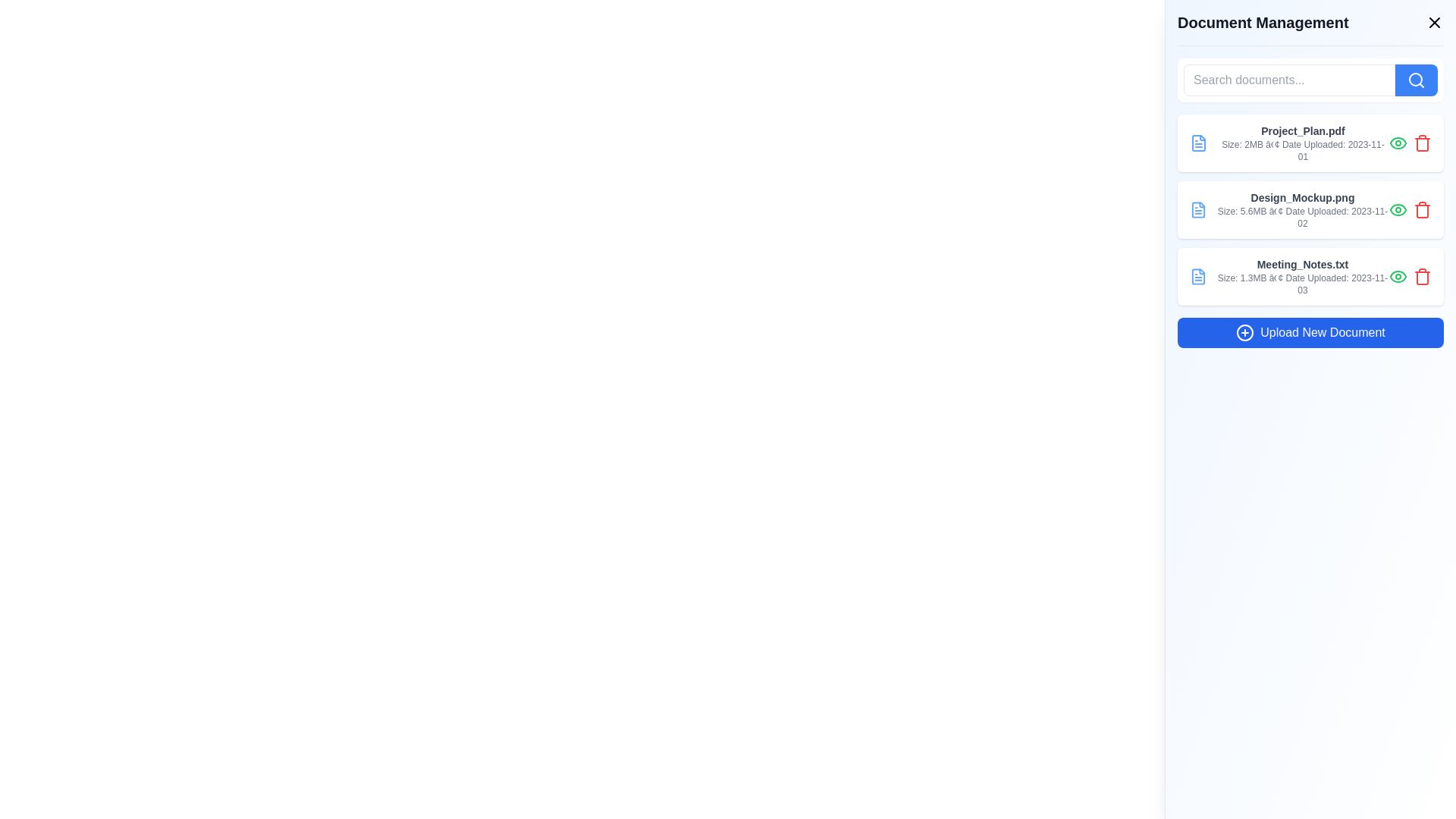 The width and height of the screenshot is (1456, 819). I want to click on the search button located at the top-right of the white search bar widget, which has a blue background and a magnifying glass icon, so click(1415, 80).